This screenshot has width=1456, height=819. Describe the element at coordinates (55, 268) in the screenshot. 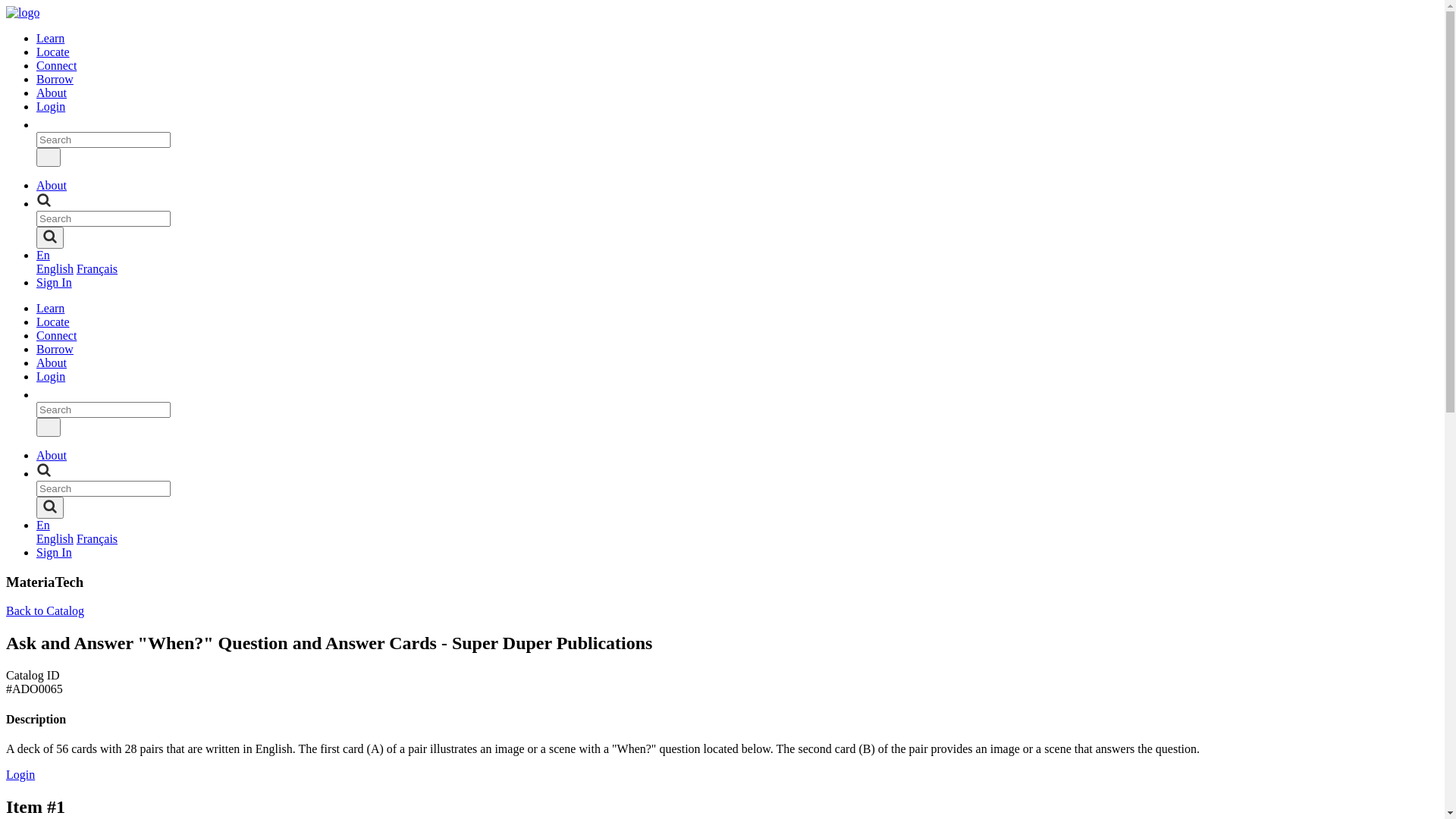

I see `'English'` at that location.